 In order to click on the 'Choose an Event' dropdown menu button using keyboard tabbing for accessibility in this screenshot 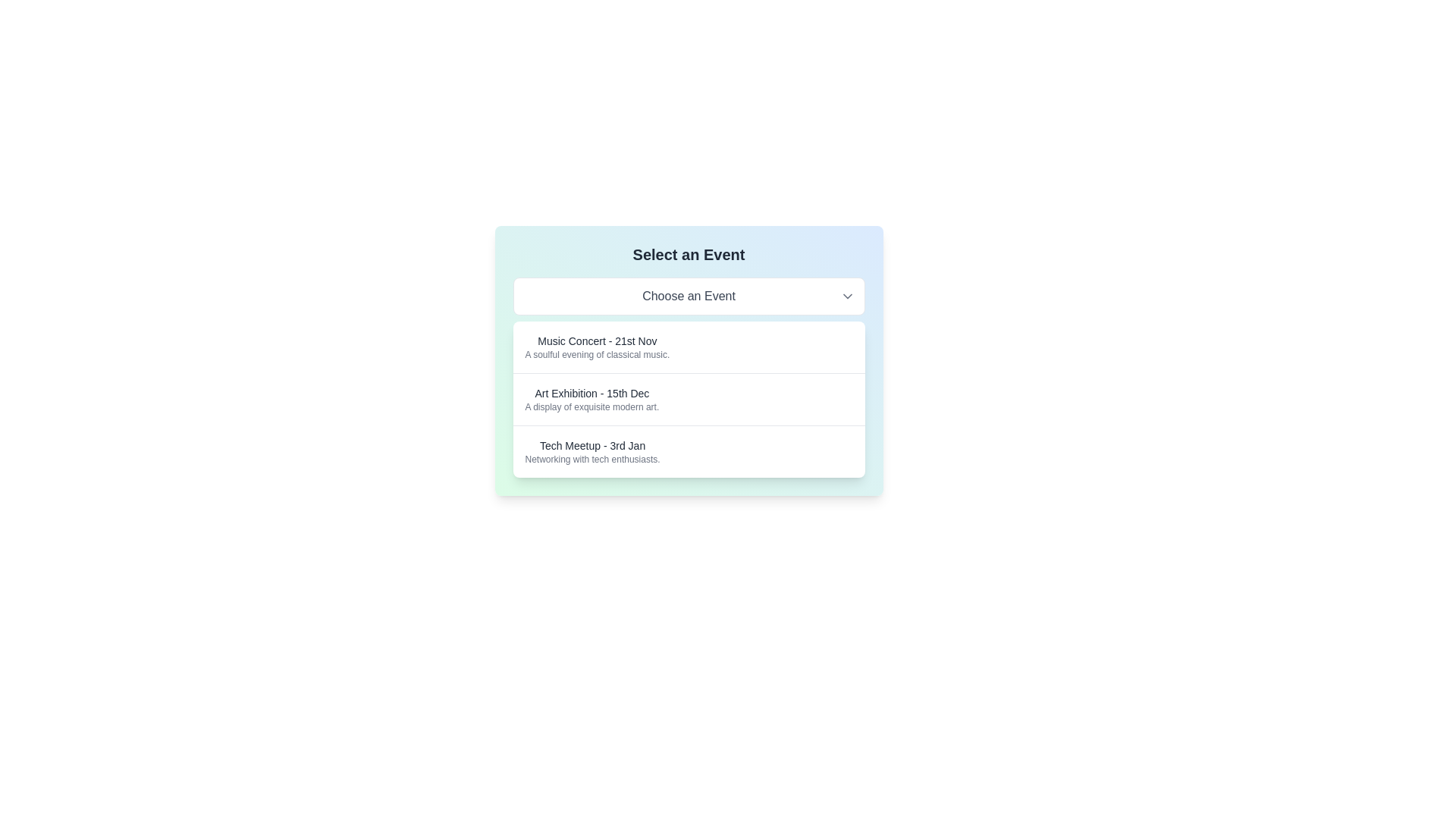, I will do `click(688, 296)`.